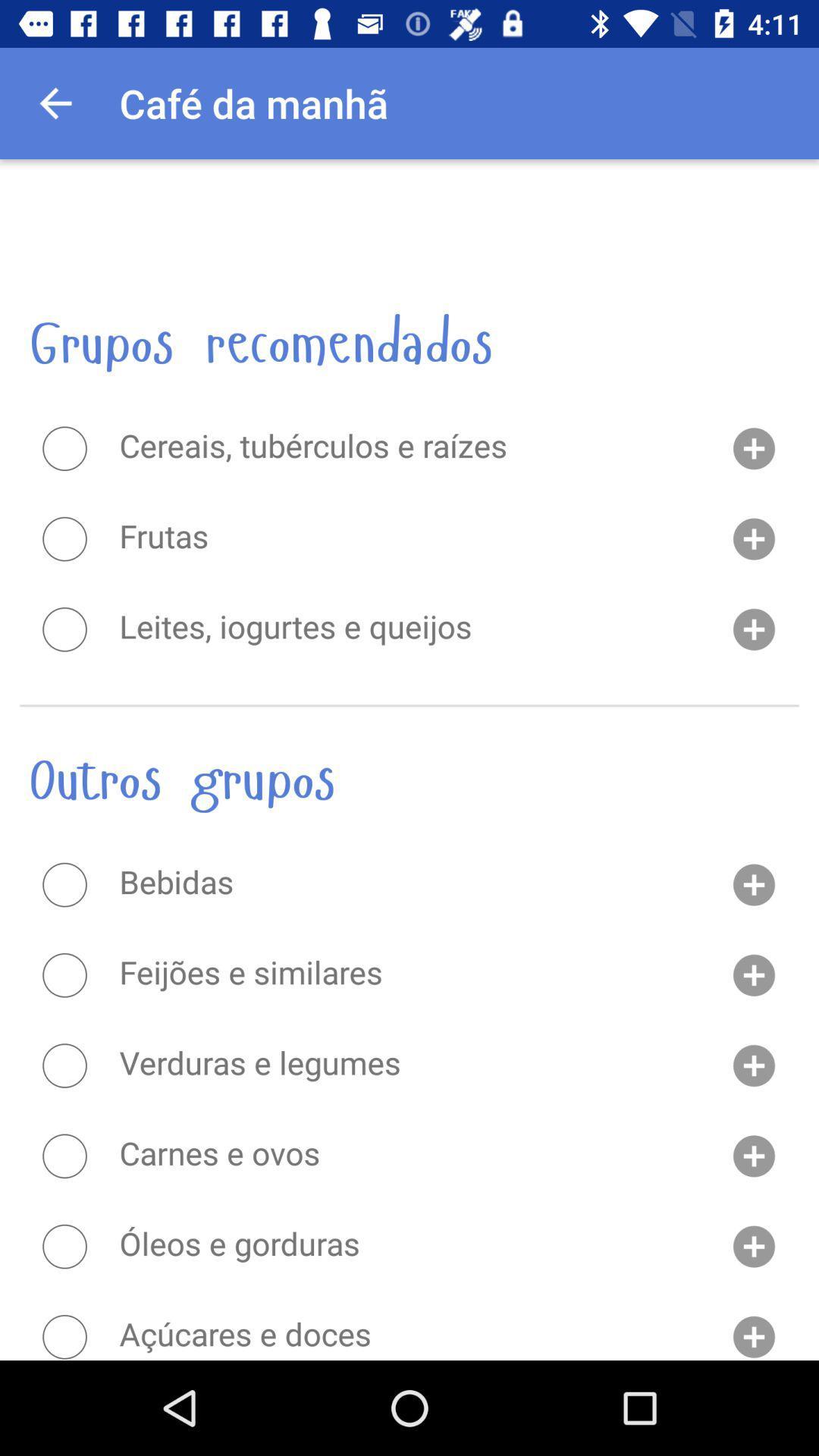 This screenshot has height=1456, width=819. Describe the element at coordinates (64, 884) in the screenshot. I see `option` at that location.